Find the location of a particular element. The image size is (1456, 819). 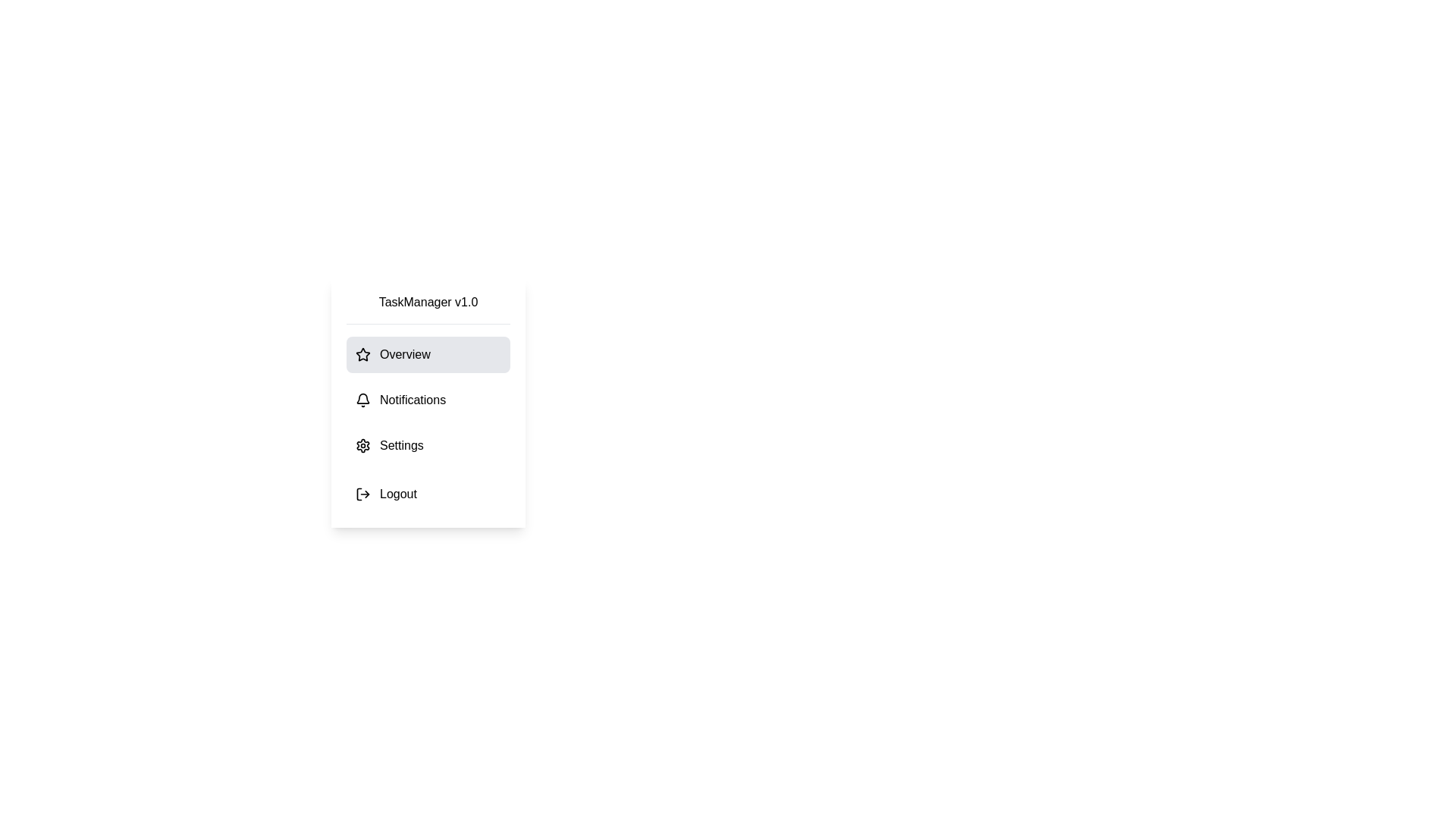

the 'Settings' label located in the vertical menu under 'TaskManager v1.0', positioned between 'Notifications' and 'Logout' is located at coordinates (401, 444).